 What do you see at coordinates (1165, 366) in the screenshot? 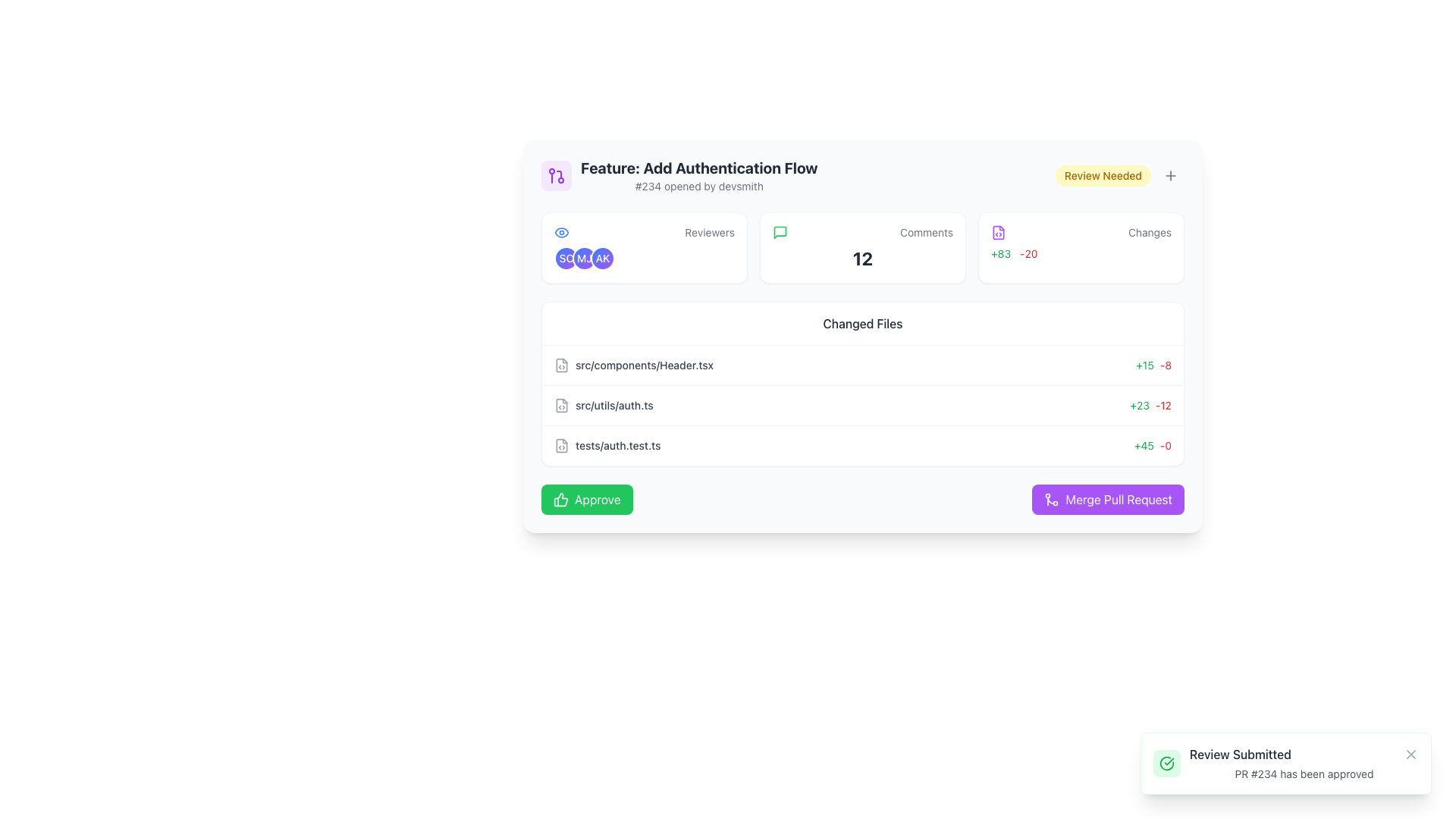
I see `the static text element displaying the numeric value '-8' styled in red color, which indicates a decrement or negative value, located to the right of the green '+15' text` at bounding box center [1165, 366].